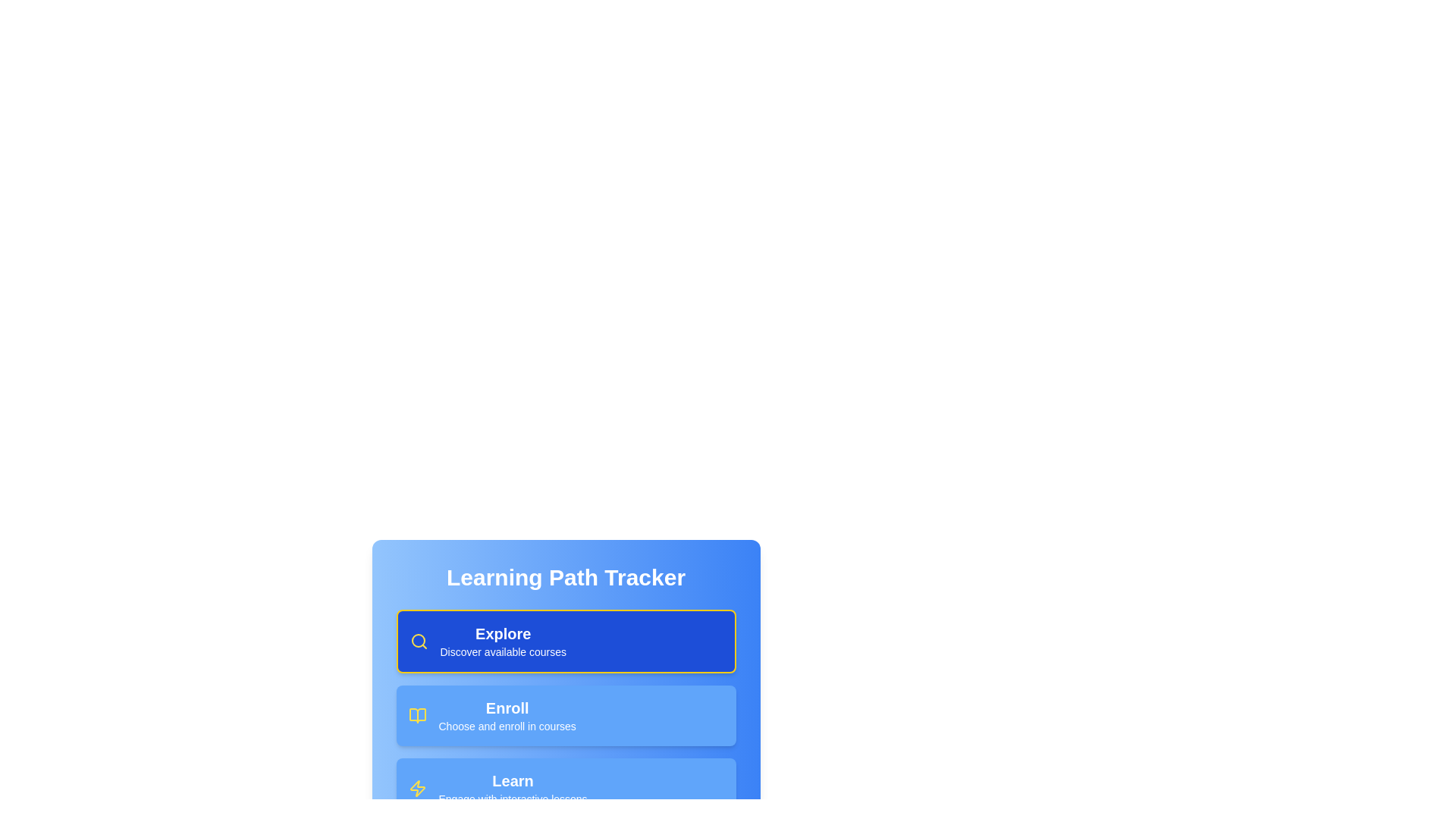  I want to click on the descriptive static text element located beneath the 'Enroll' section, which provides information about selecting and joining courses, so click(507, 725).